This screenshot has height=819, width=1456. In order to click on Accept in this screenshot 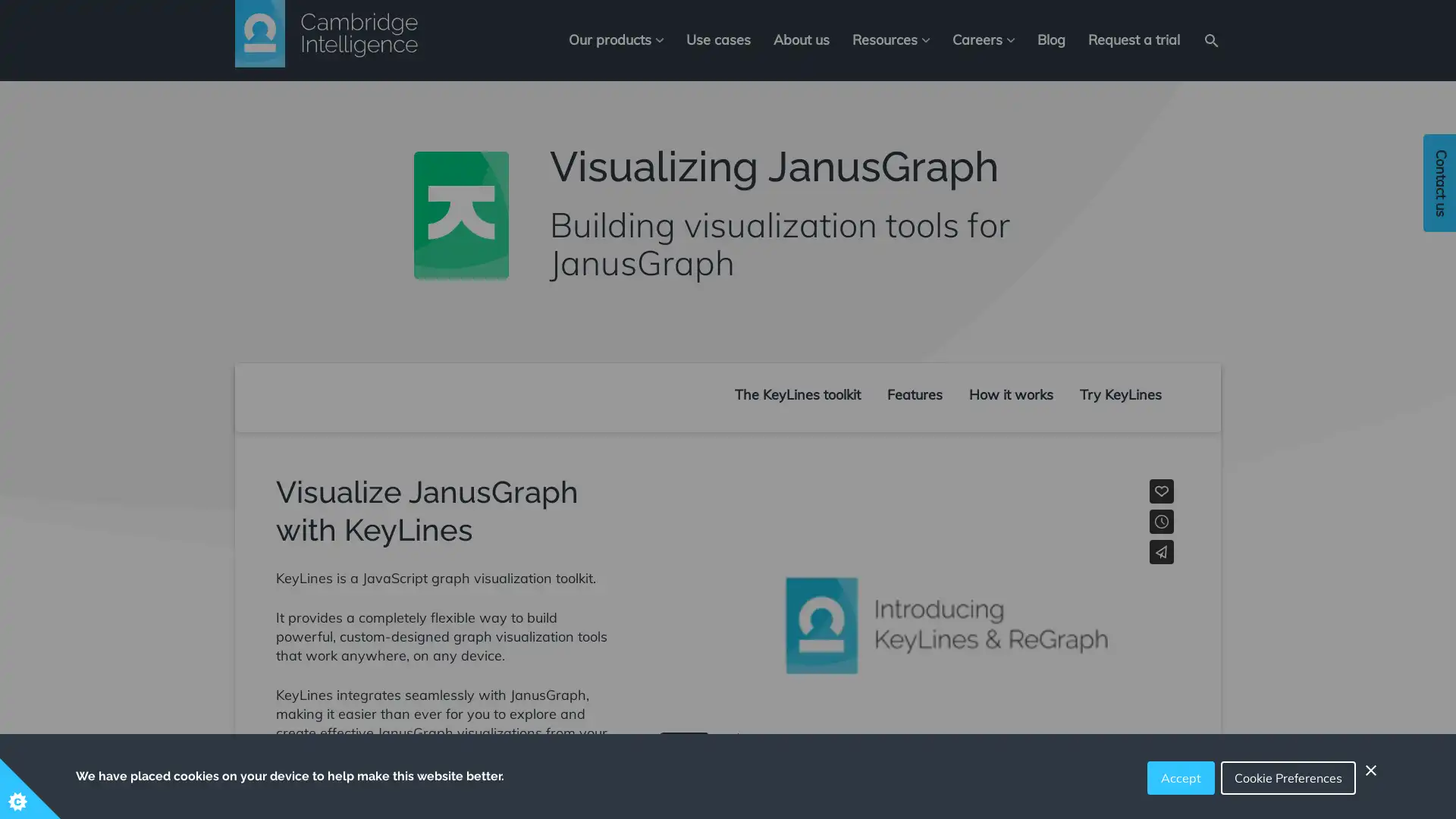, I will do `click(1180, 778)`.